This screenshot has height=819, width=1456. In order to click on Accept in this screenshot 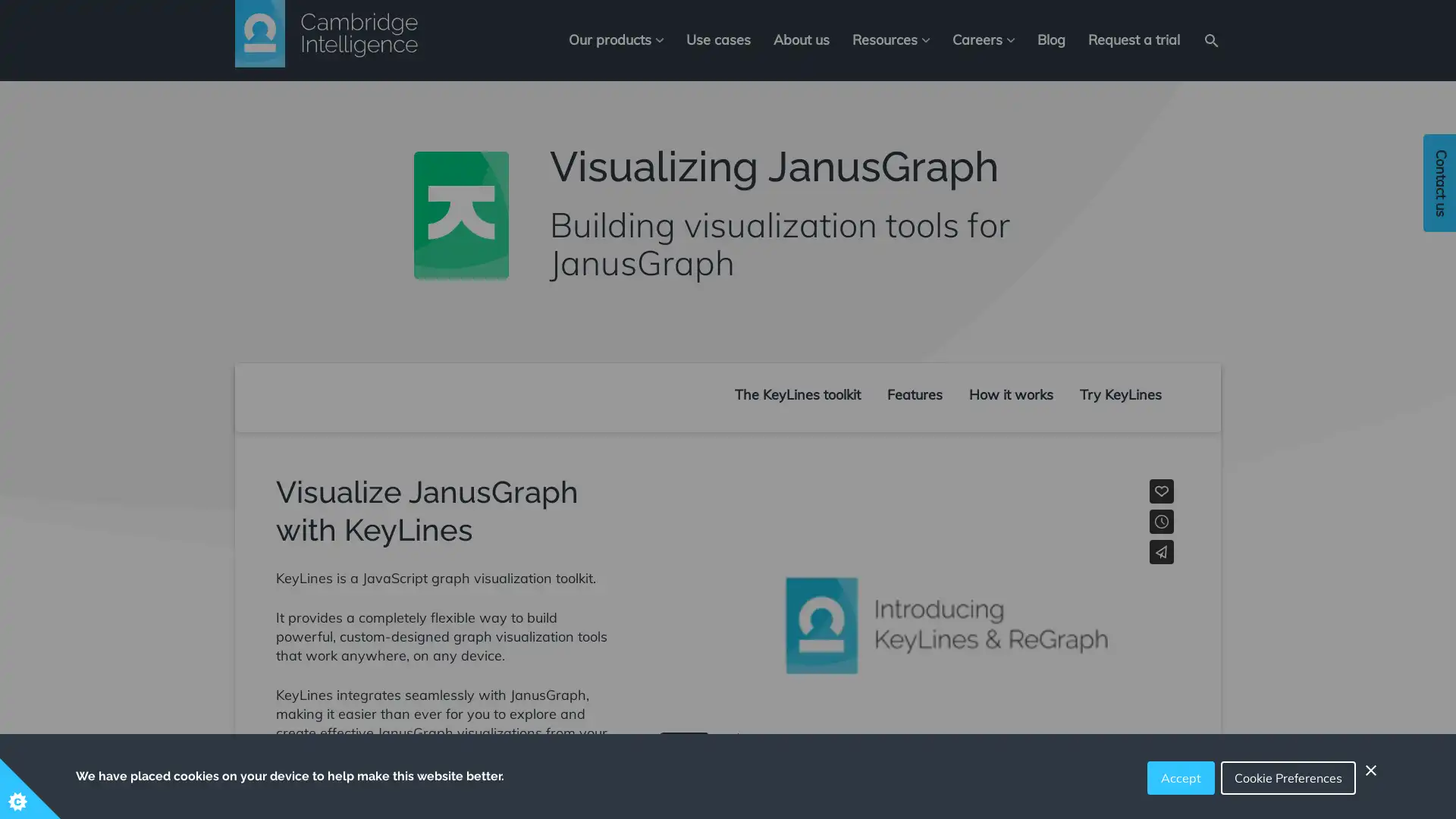, I will do `click(1180, 778)`.